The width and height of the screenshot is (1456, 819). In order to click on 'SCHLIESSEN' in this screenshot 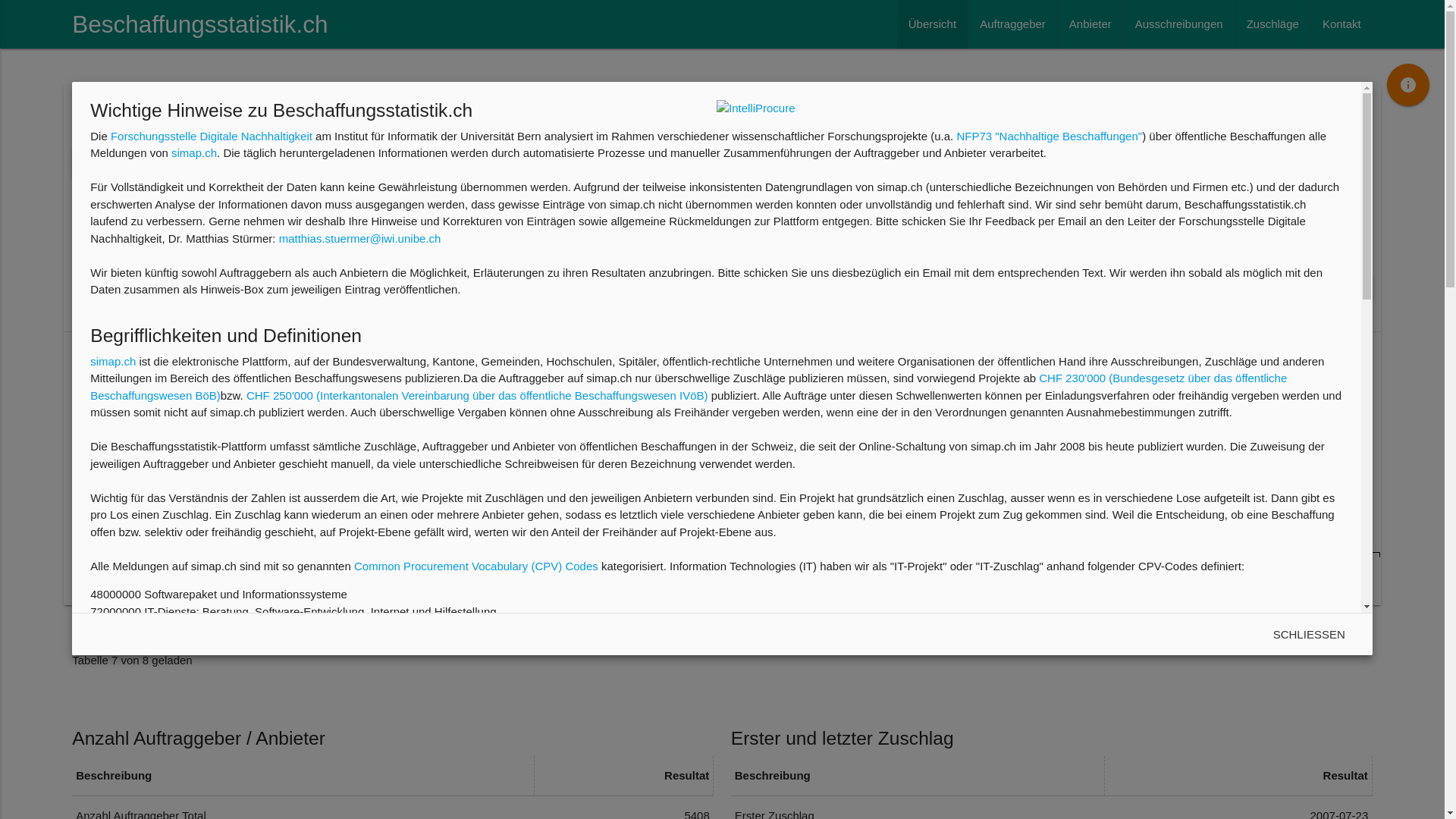, I will do `click(1308, 635)`.